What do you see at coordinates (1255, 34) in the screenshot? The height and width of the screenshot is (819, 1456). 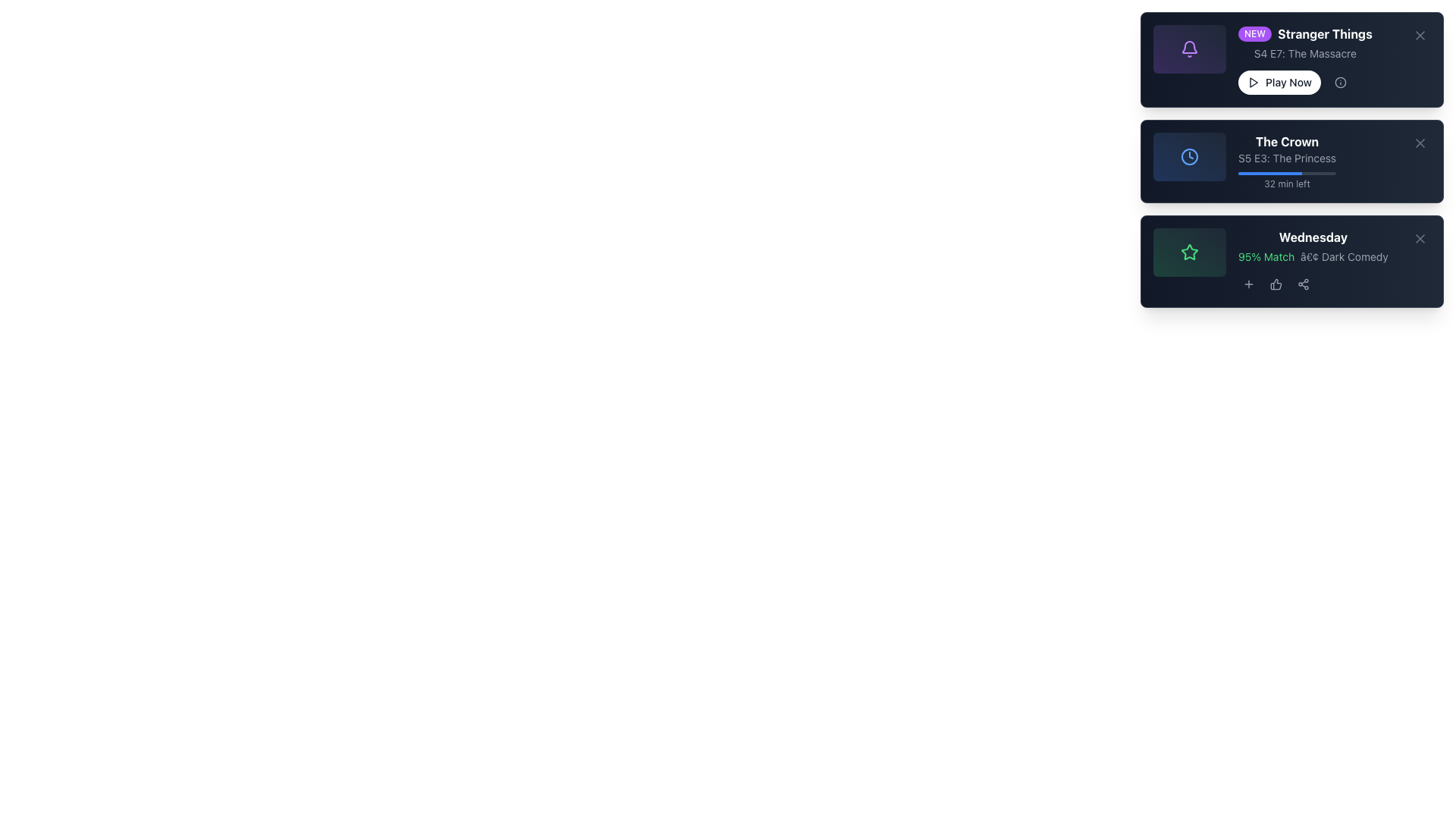 I see `the 'NEW' badge located at the top left corner of the 'Stranger Things' card, which is a small rectangular badge with rounded corners and a purple background` at bounding box center [1255, 34].